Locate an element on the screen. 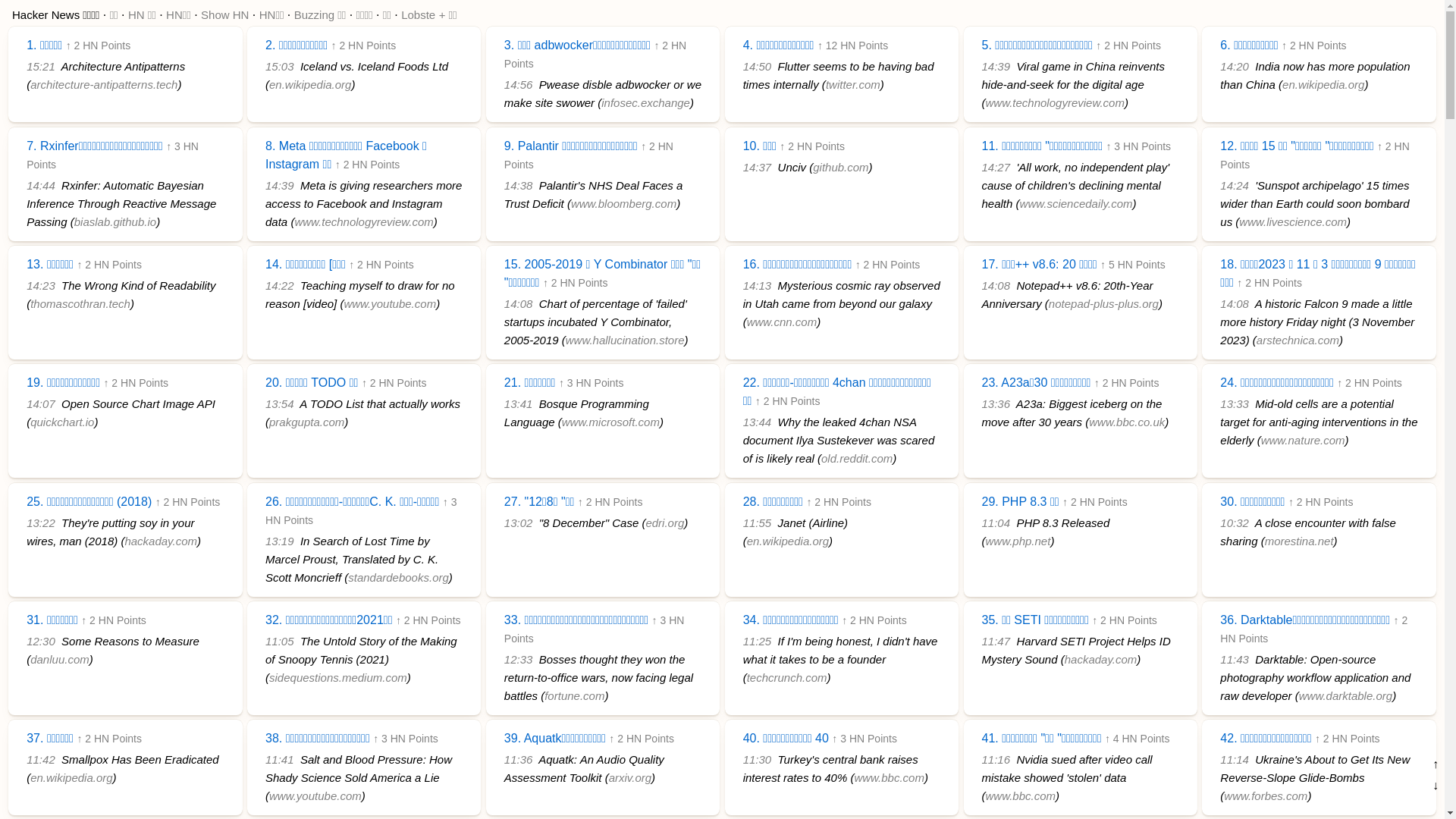 This screenshot has height=819, width=1456. 'biaslab.github.io' is located at coordinates (115, 221).